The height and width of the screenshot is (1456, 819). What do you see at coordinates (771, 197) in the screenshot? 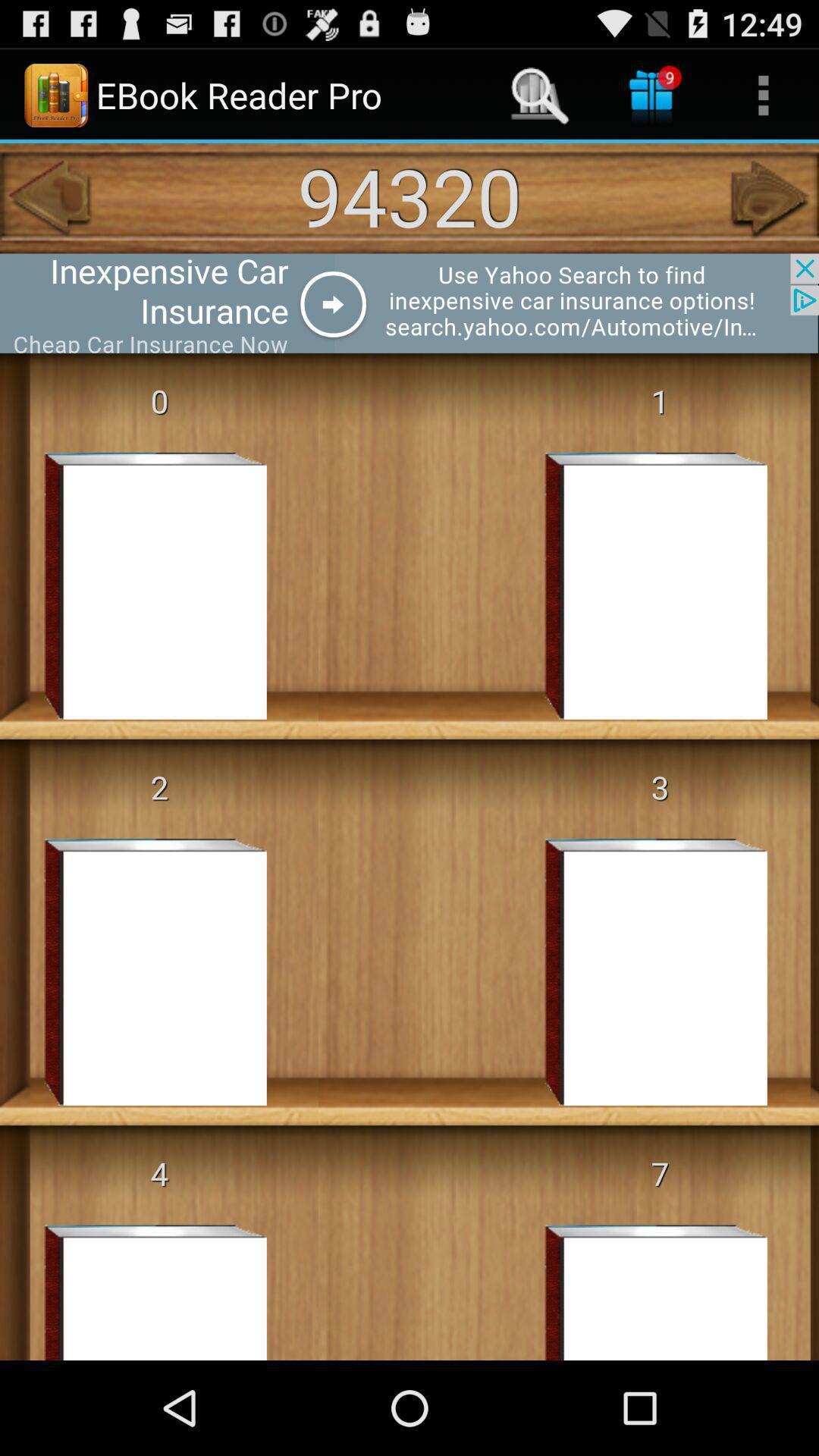
I see `the icon next to 94320 app` at bounding box center [771, 197].